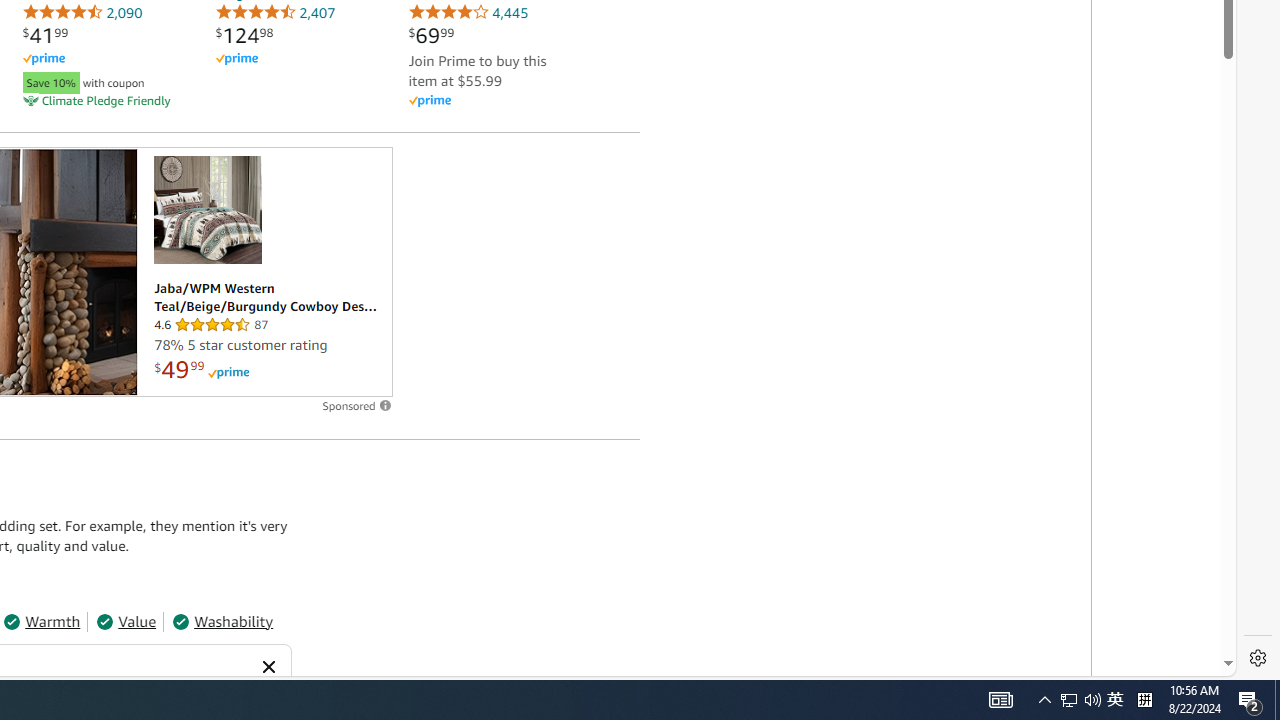 Image resolution: width=1280 pixels, height=720 pixels. What do you see at coordinates (41, 620) in the screenshot?
I see `'Warmth'` at bounding box center [41, 620].